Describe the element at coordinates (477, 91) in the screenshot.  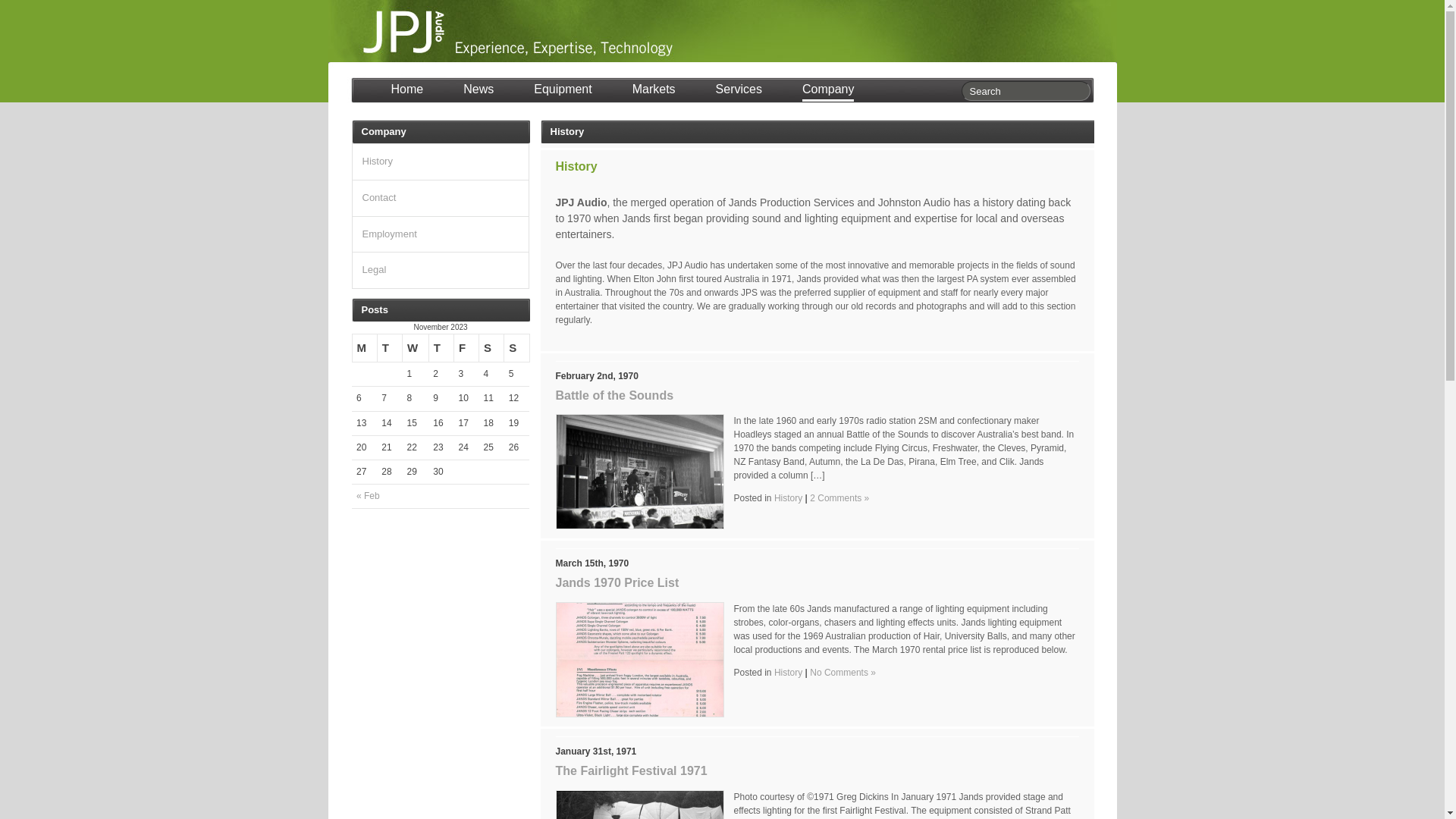
I see `'News'` at that location.